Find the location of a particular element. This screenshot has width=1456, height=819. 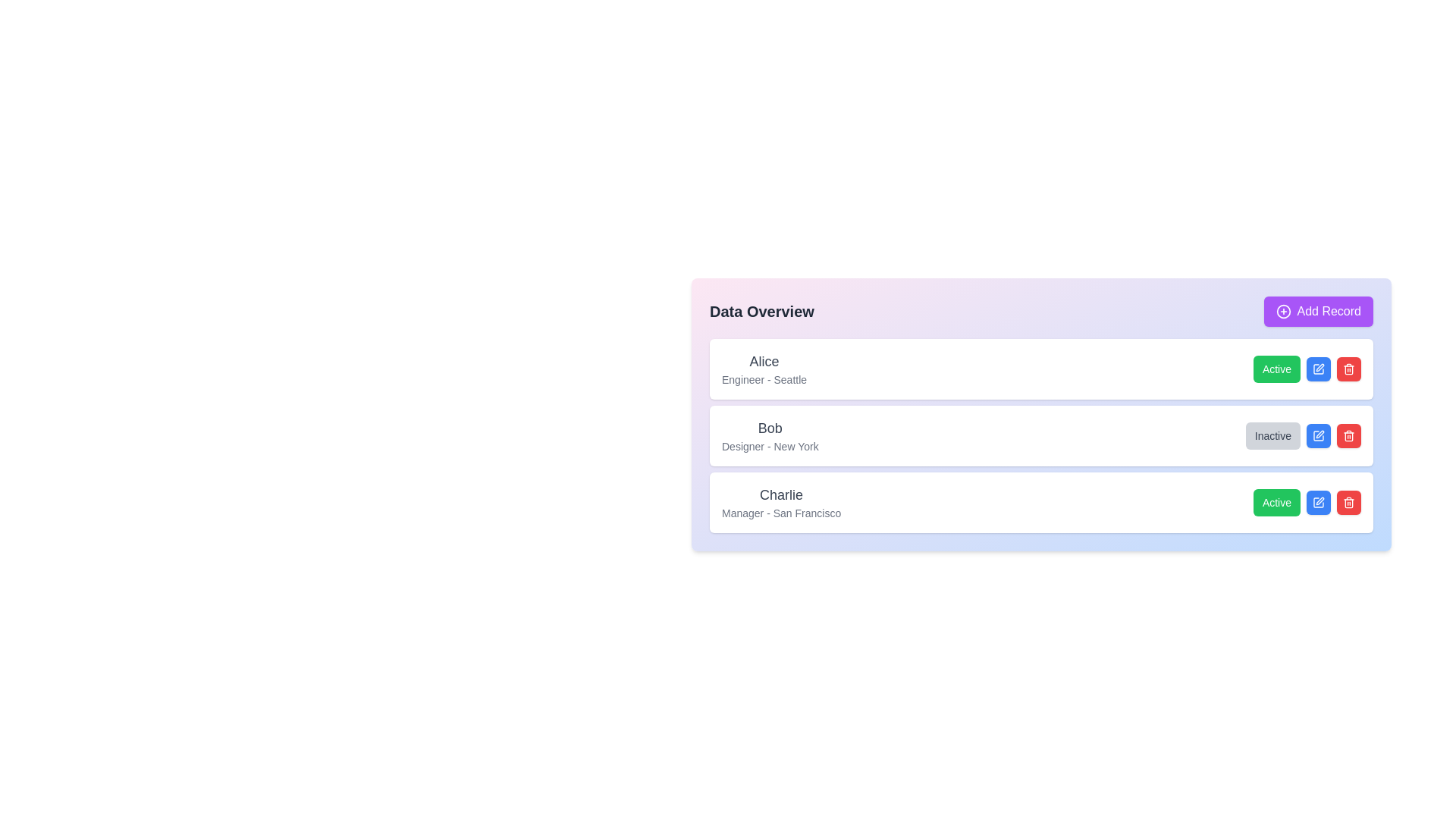

the delete button with a trash can icon, which is the third button in a row of three buttons, styled with a red background and white icon is located at coordinates (1349, 369).